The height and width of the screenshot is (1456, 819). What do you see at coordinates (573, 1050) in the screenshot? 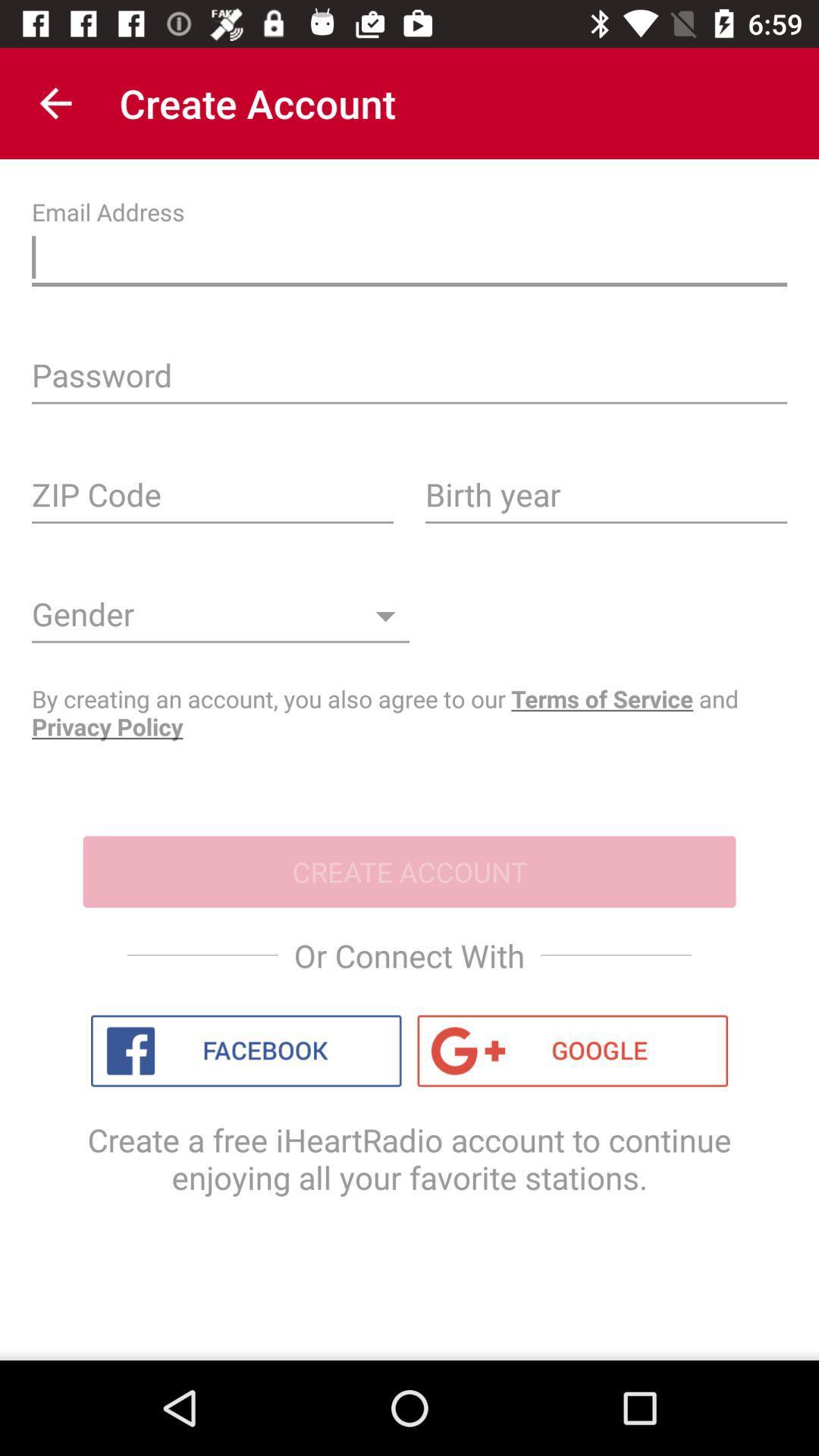
I see `the item above create a free item` at bounding box center [573, 1050].